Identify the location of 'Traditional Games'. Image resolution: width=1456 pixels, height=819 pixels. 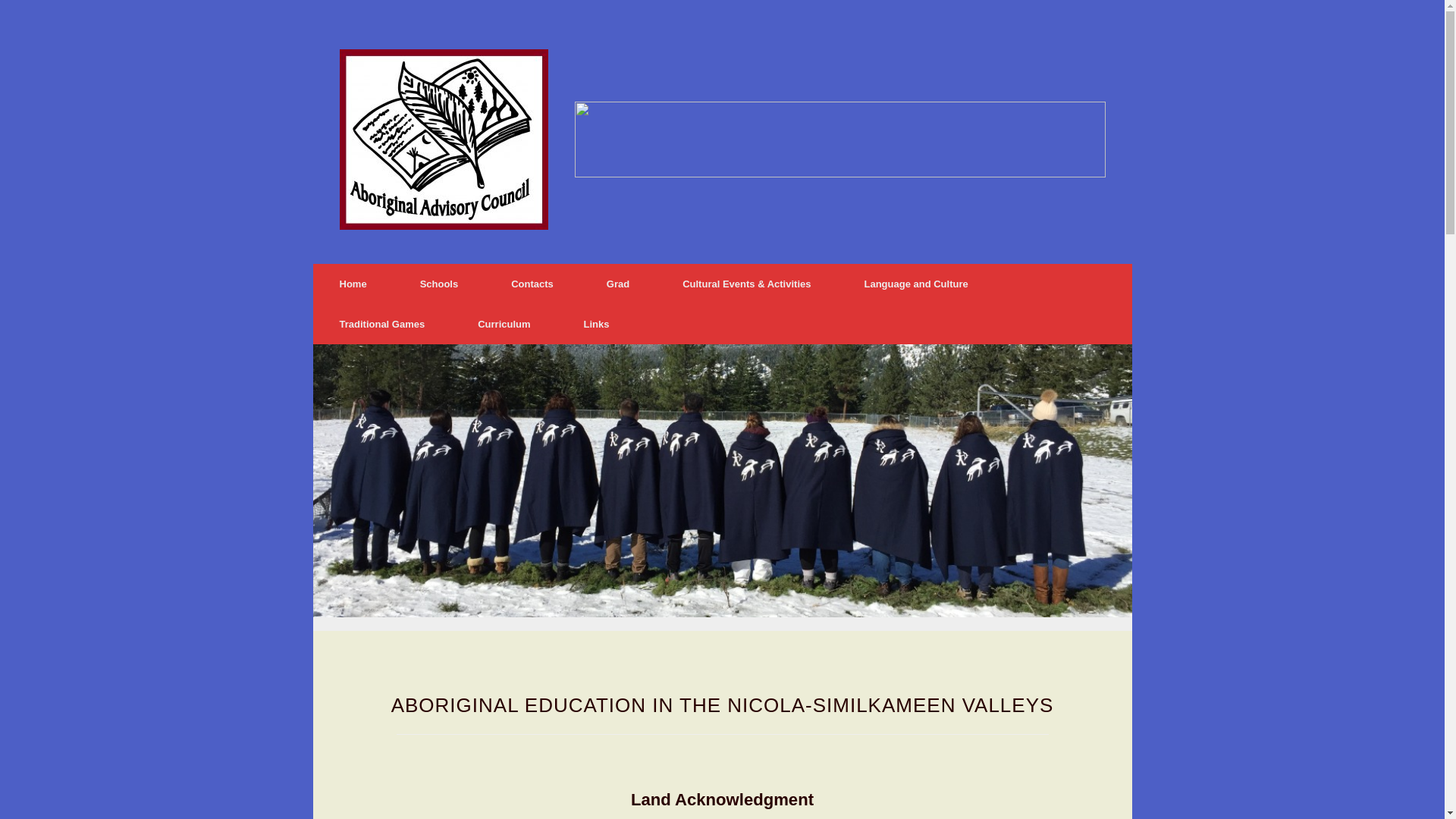
(381, 323).